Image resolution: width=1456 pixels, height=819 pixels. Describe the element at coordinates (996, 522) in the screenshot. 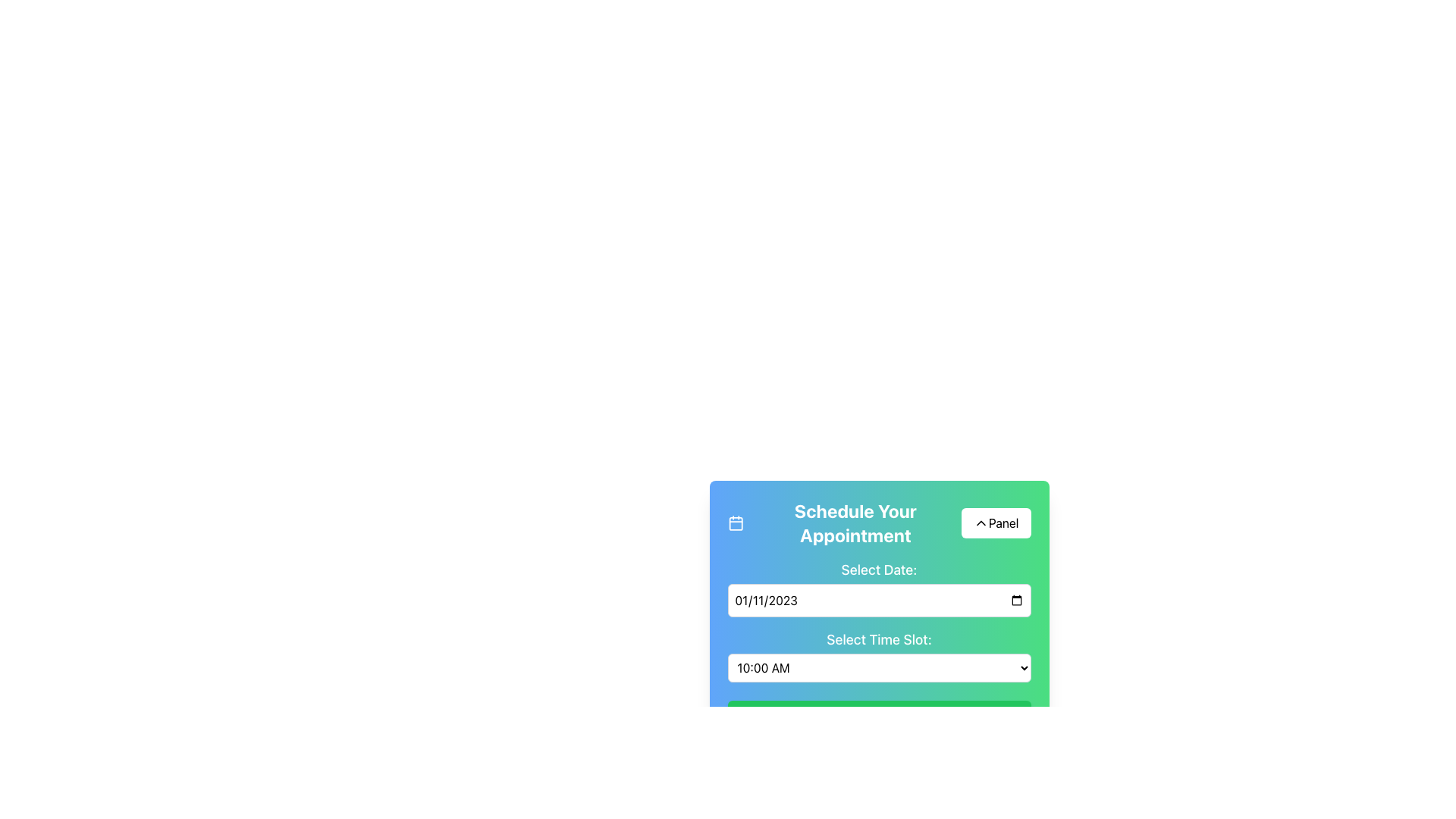

I see `the toggle button located at the top-right corner of the 'Schedule Your Appointment' section` at that location.